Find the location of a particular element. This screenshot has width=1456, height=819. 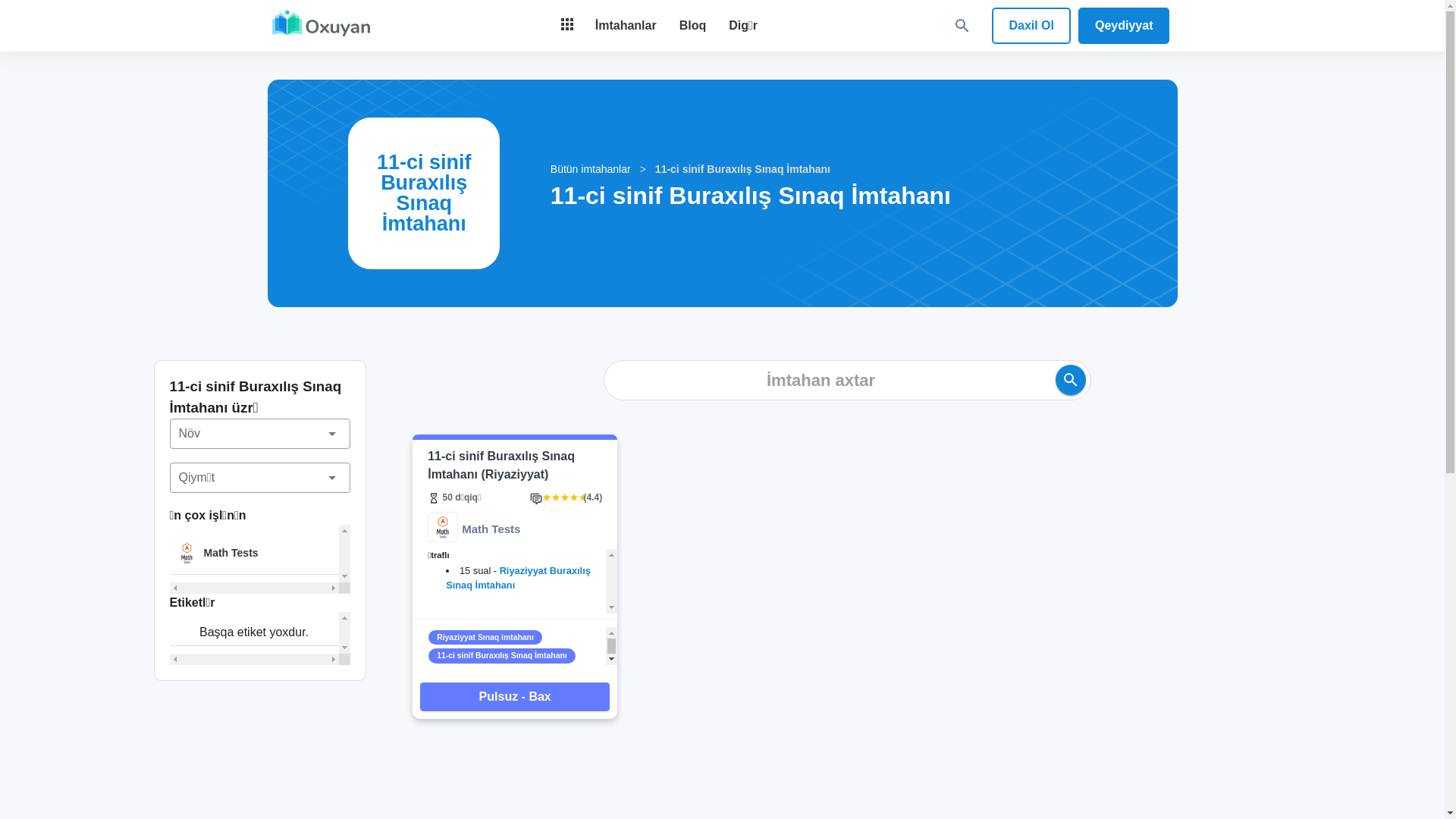

'Qeydiyyat' is located at coordinates (1077, 26).